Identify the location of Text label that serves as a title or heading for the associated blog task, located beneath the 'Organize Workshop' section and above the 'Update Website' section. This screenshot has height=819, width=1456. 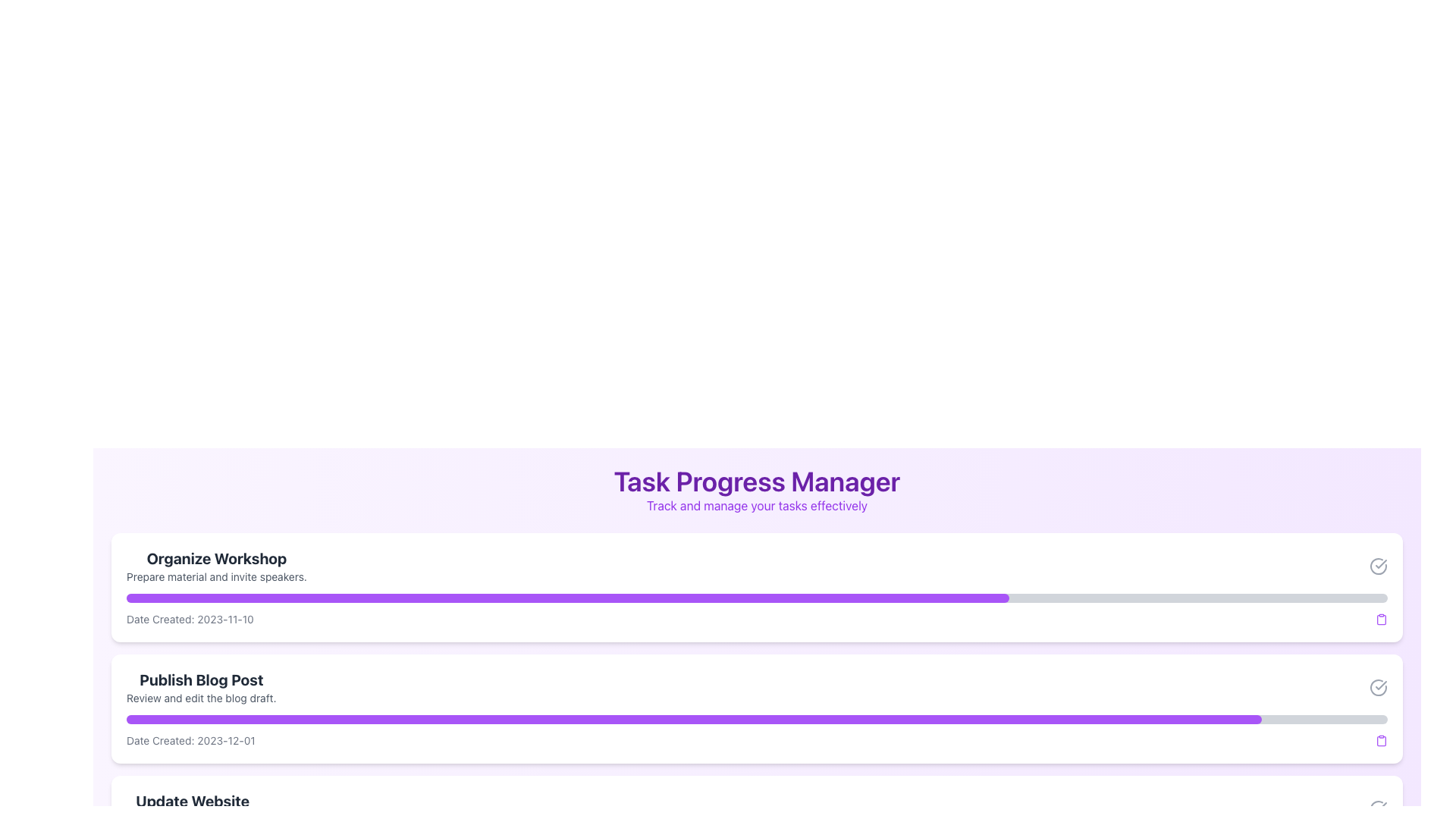
(200, 679).